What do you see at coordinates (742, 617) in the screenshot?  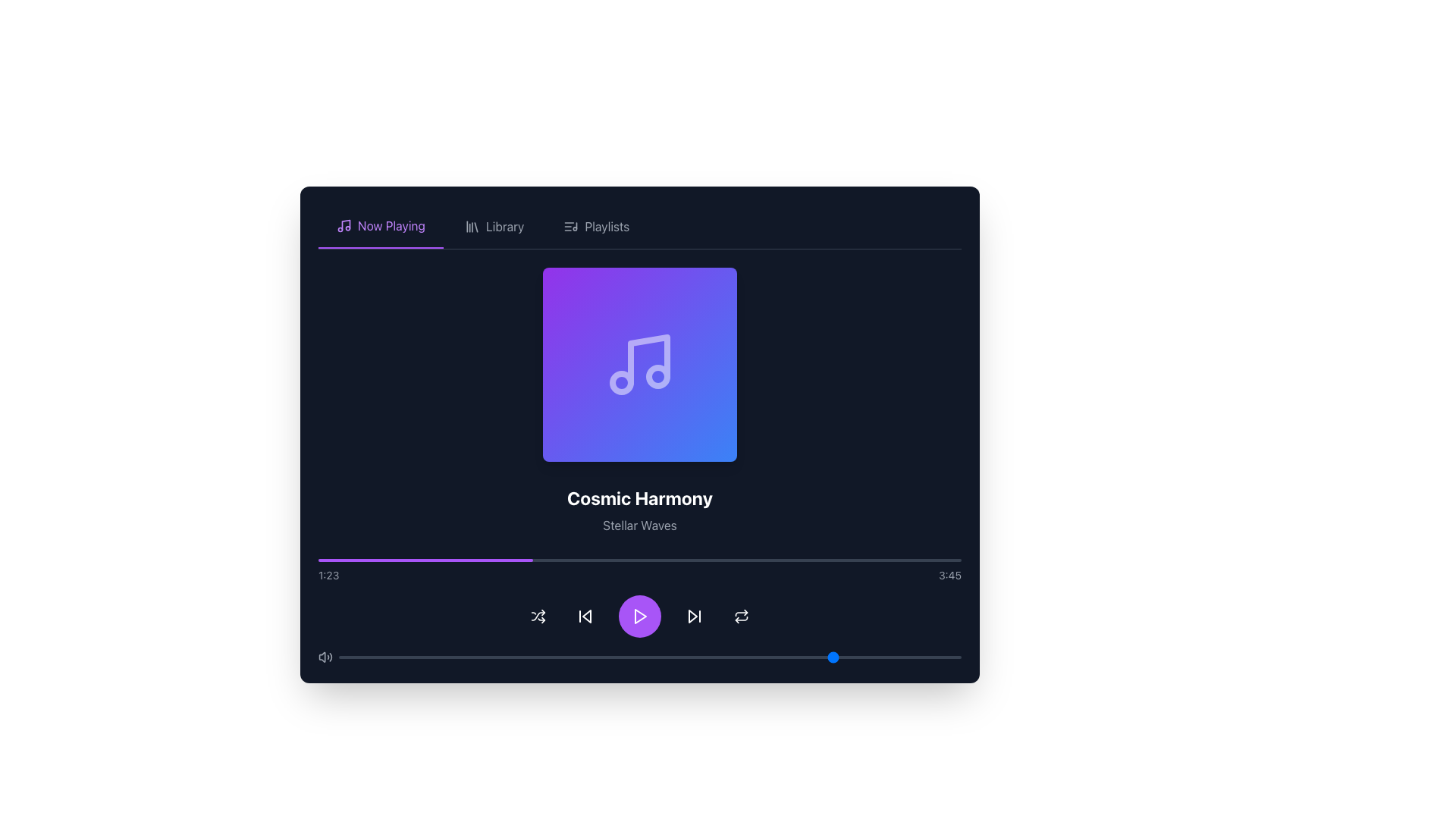 I see `the button located on the rightmost side of the playback controls` at bounding box center [742, 617].